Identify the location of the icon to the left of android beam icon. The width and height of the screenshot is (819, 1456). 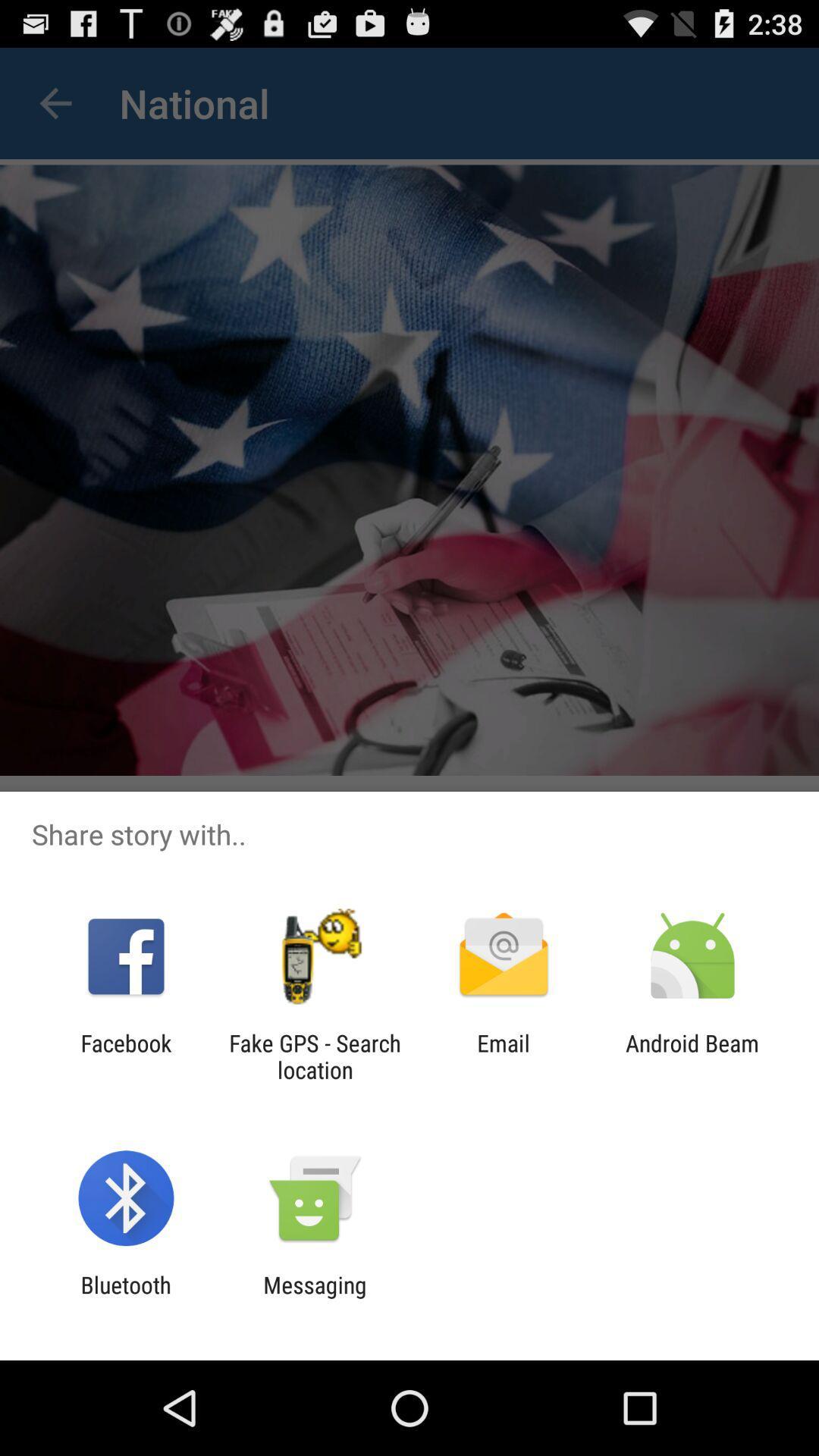
(504, 1056).